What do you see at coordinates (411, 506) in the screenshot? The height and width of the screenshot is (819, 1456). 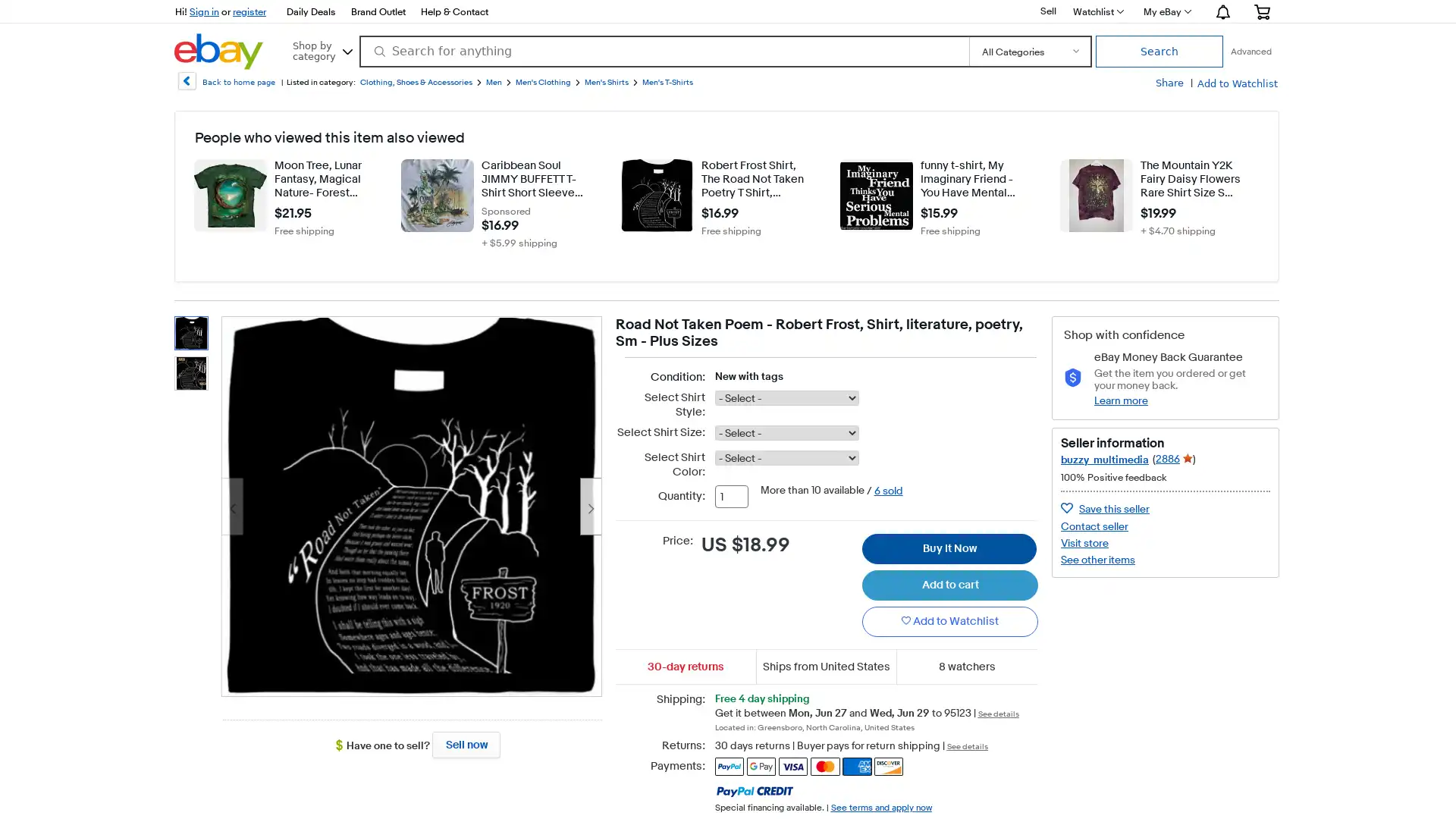 I see `Item image 1 of 2. Opens image gallery.` at bounding box center [411, 506].